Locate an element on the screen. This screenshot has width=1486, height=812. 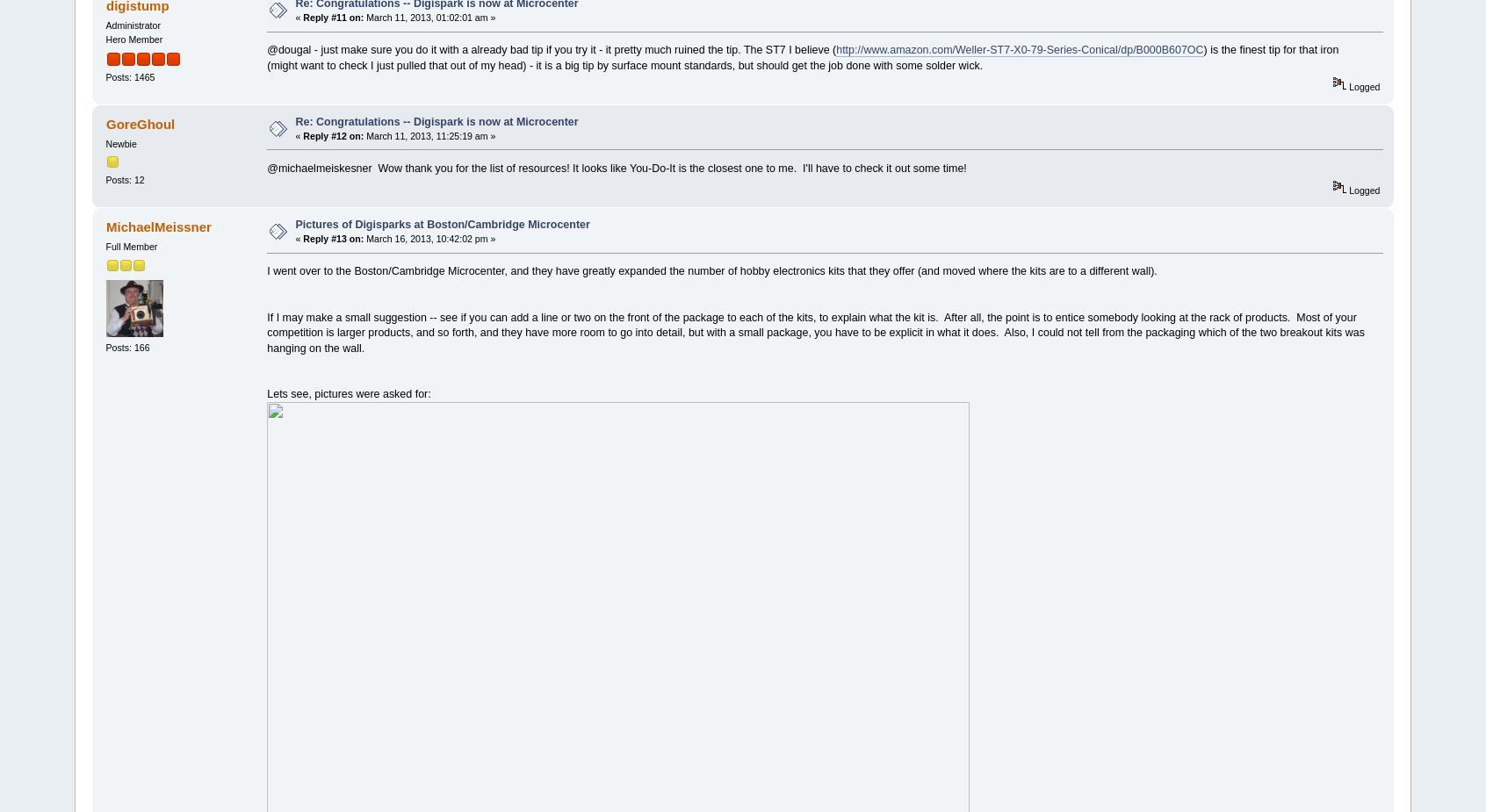
'I went over to the Boston/Cambridge Microcenter, and they have greatly expanded the number of hobby electronics kits that they offer (and moved where the kits are to a different wall).' is located at coordinates (711, 270).